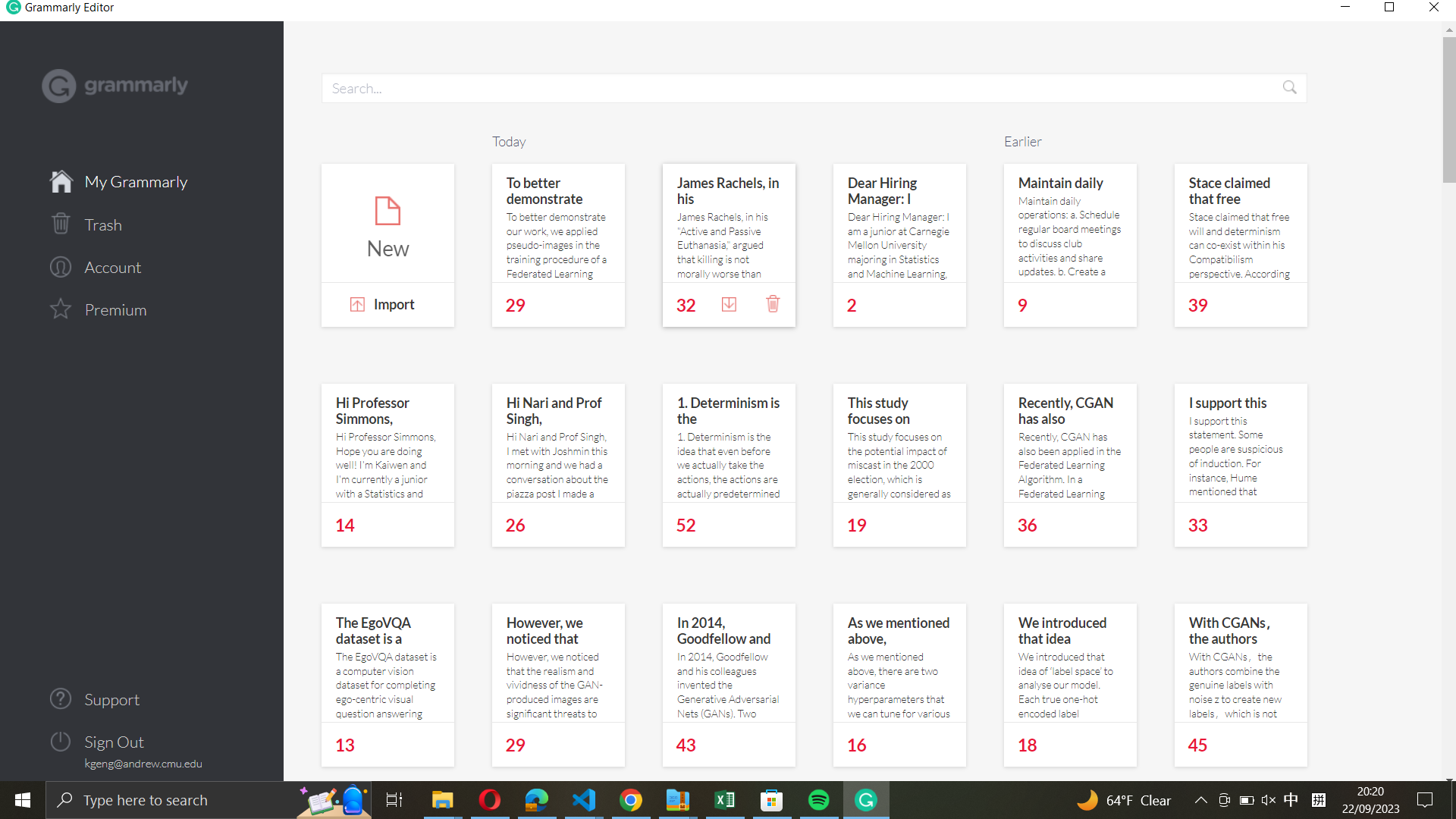 The width and height of the screenshot is (1456, 819). What do you see at coordinates (1446, 707) in the screenshot?
I see `the bottom of the page` at bounding box center [1446, 707].